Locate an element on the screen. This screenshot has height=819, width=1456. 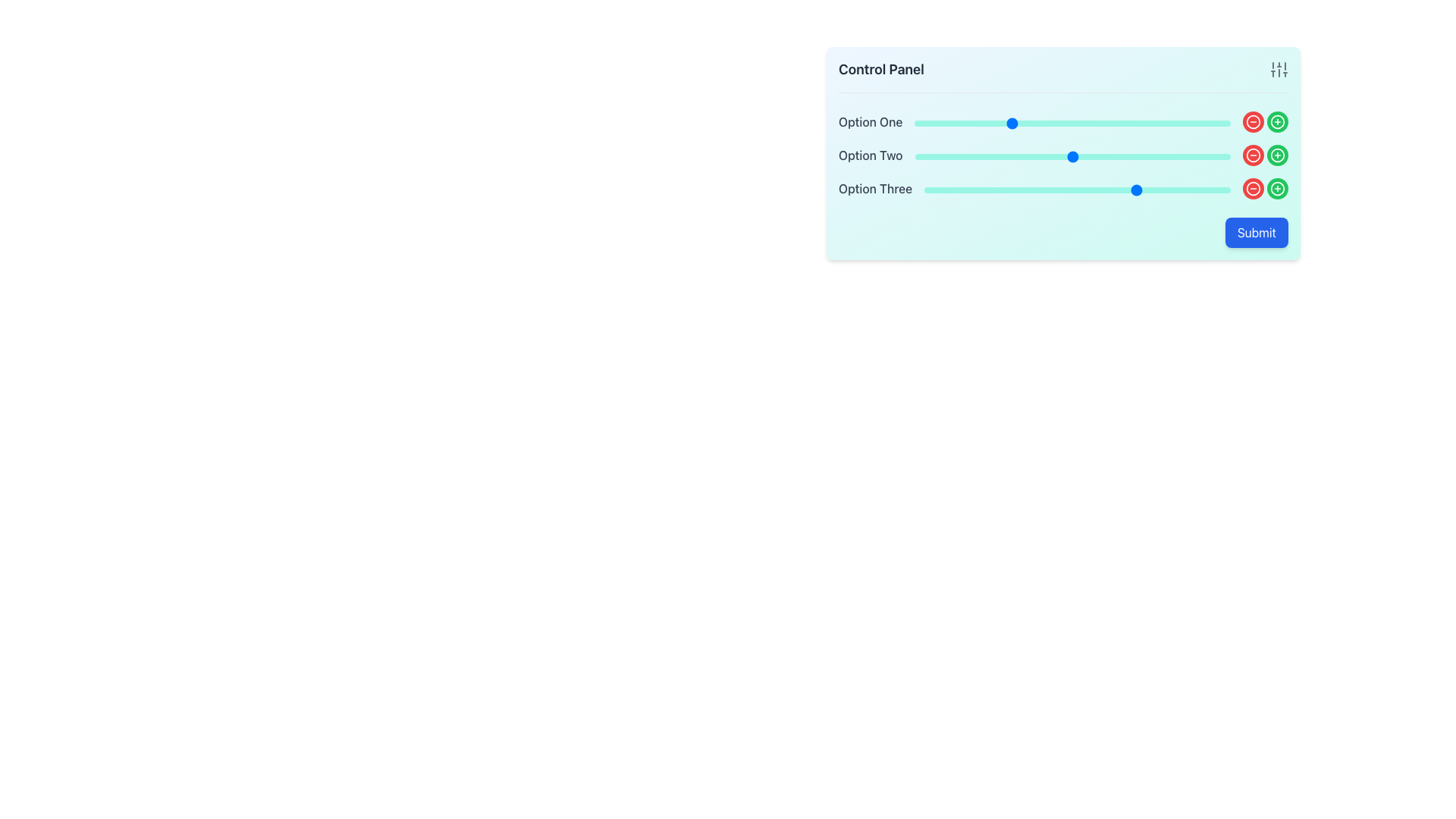
the slider for 'Option Three' is located at coordinates (1114, 189).